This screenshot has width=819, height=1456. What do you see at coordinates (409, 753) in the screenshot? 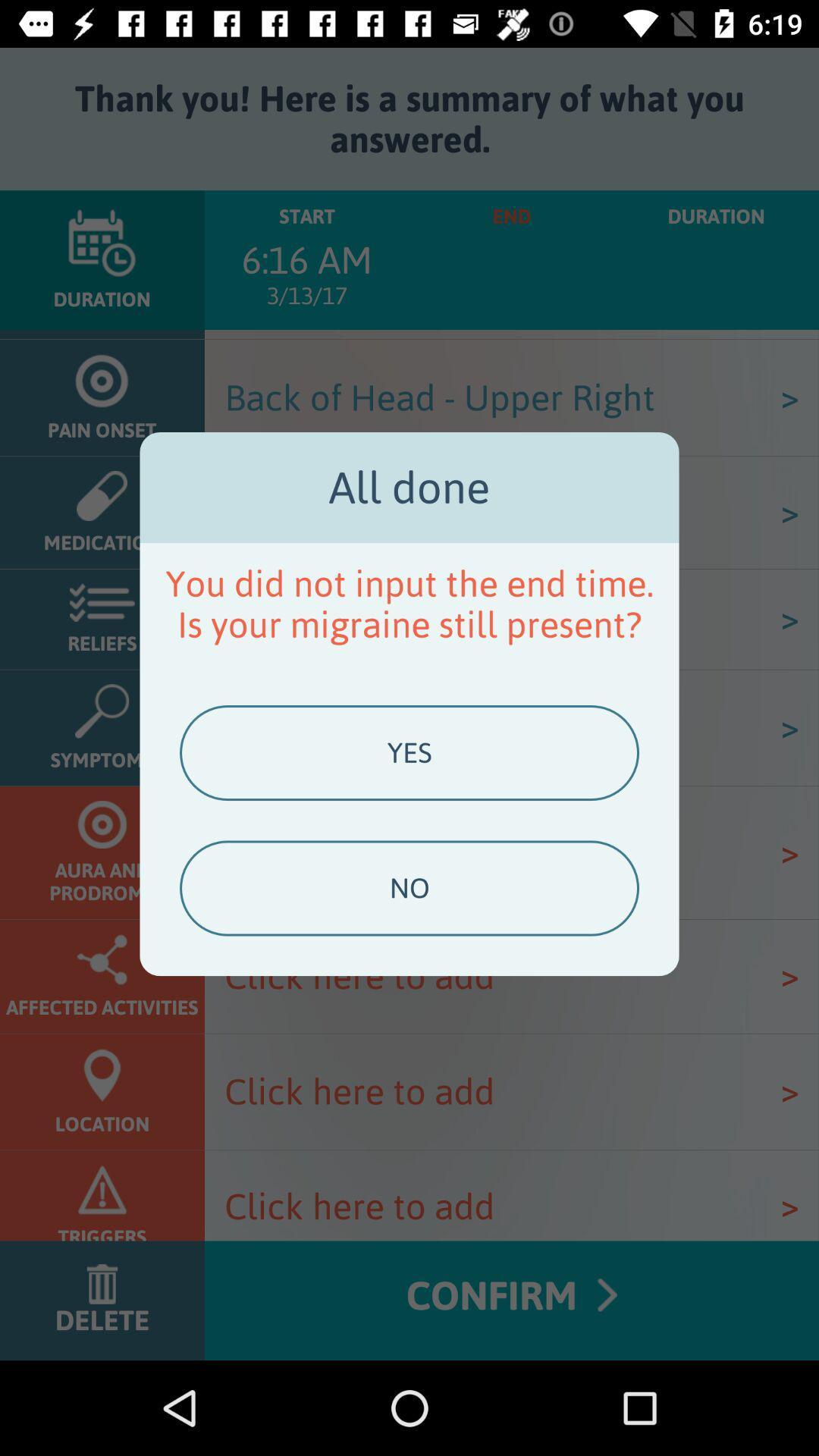
I see `item below the you did not app` at bounding box center [409, 753].